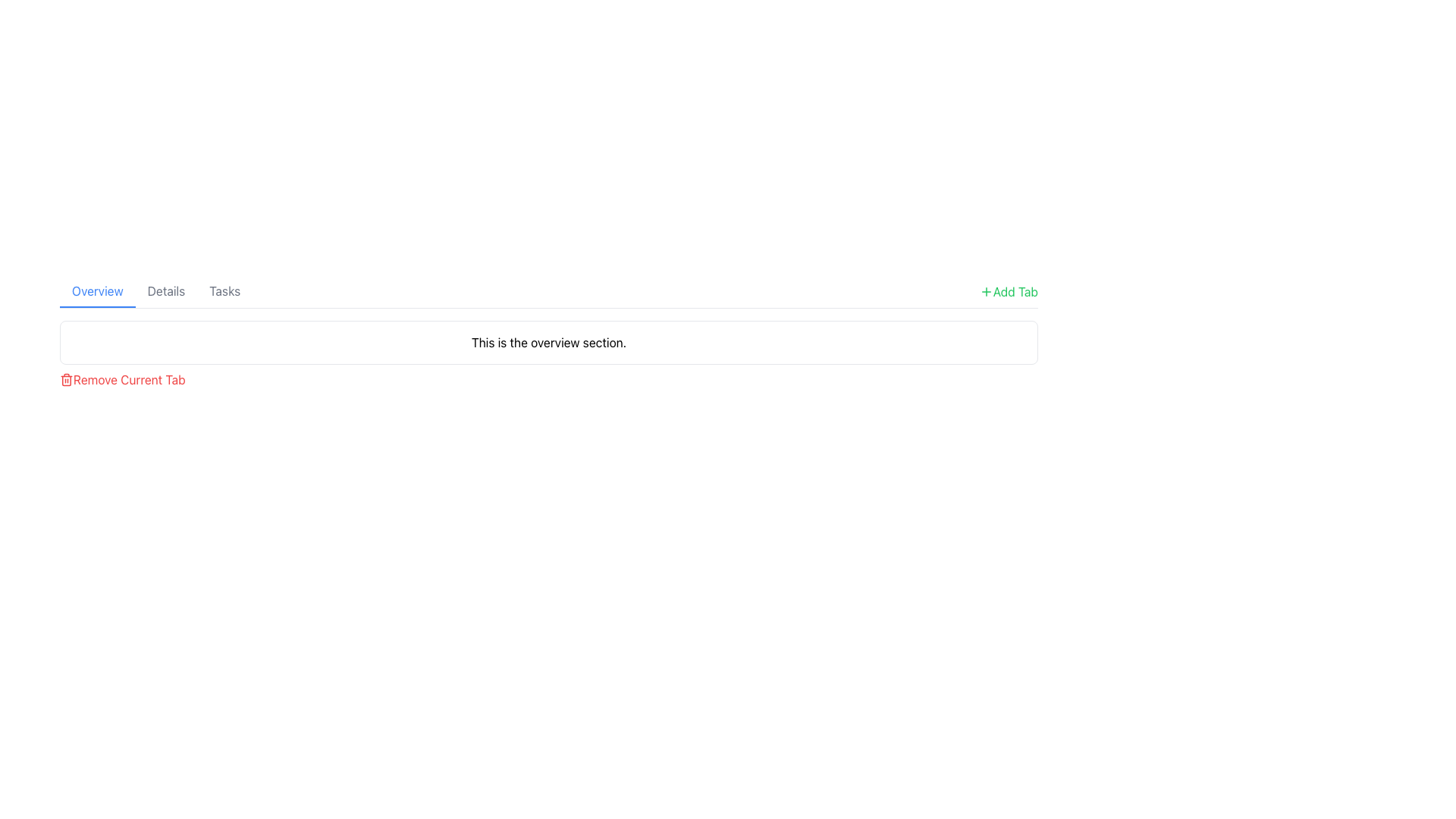 The height and width of the screenshot is (819, 1456). Describe the element at coordinates (986, 292) in the screenshot. I see `the '+' icon button located near the top-right corner of the interface` at that location.